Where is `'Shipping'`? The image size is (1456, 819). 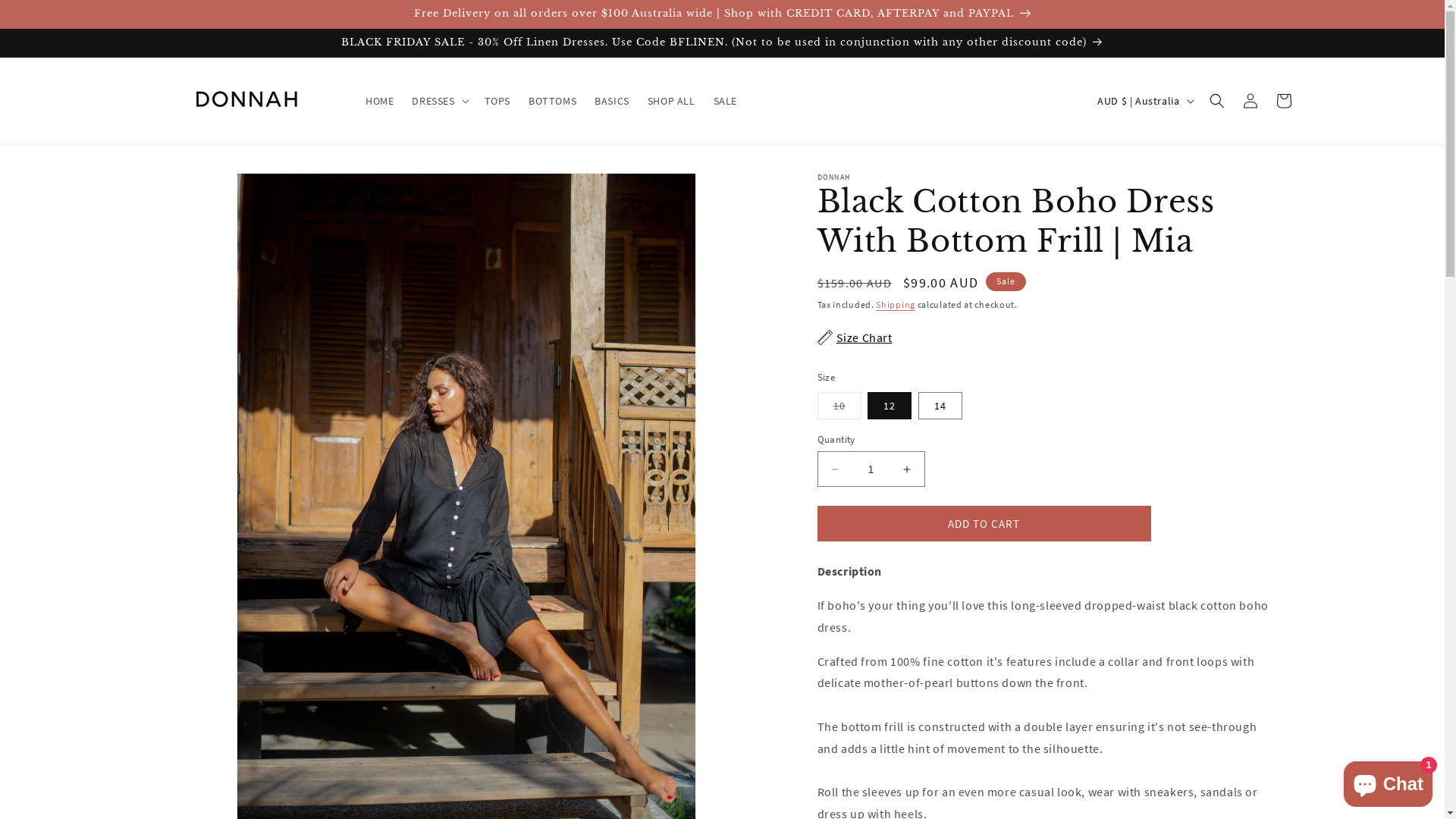 'Shipping' is located at coordinates (895, 304).